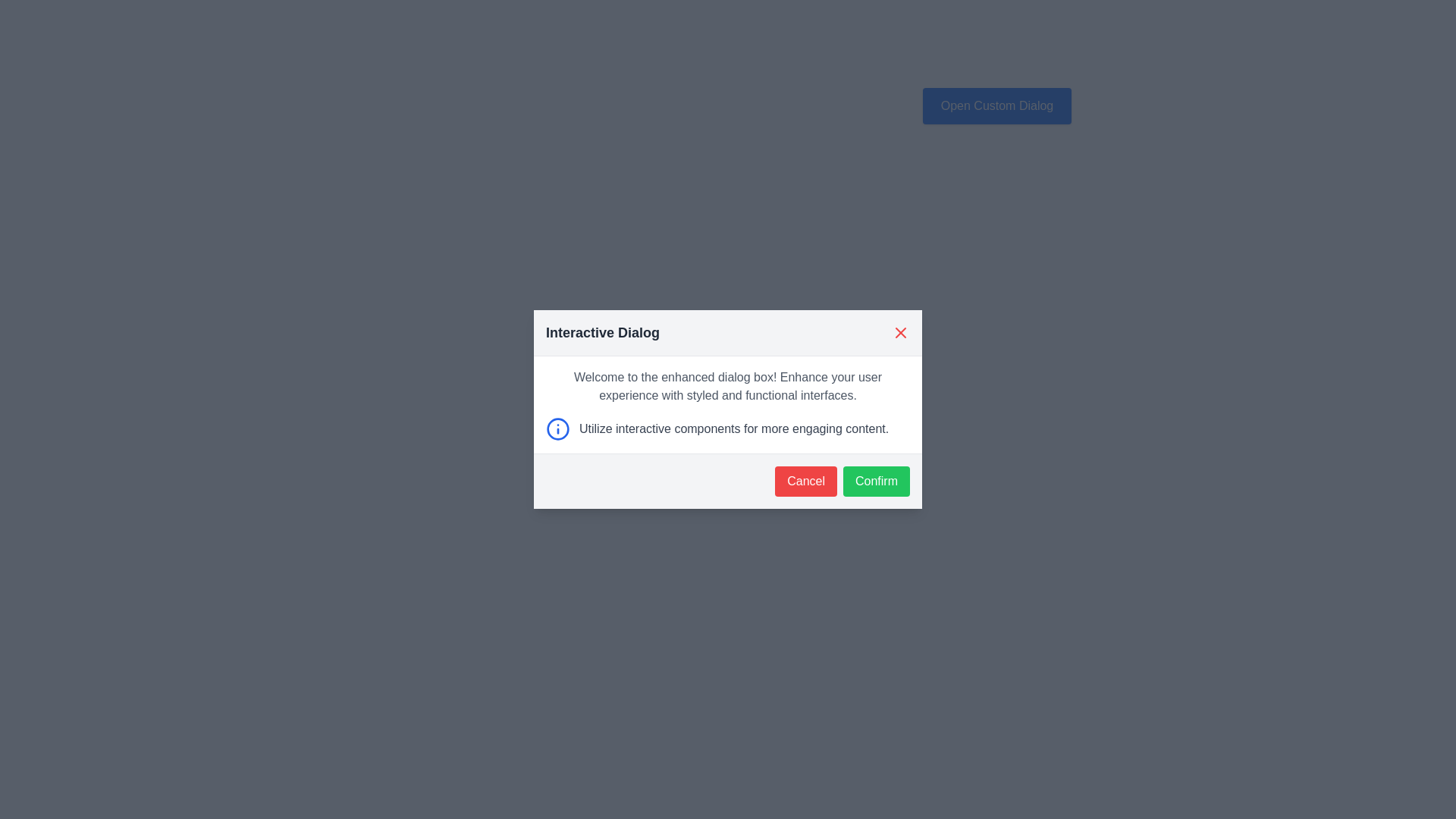 This screenshot has height=819, width=1456. I want to click on the red diagonal cross icon located at the top right corner of the dialog box, so click(901, 332).